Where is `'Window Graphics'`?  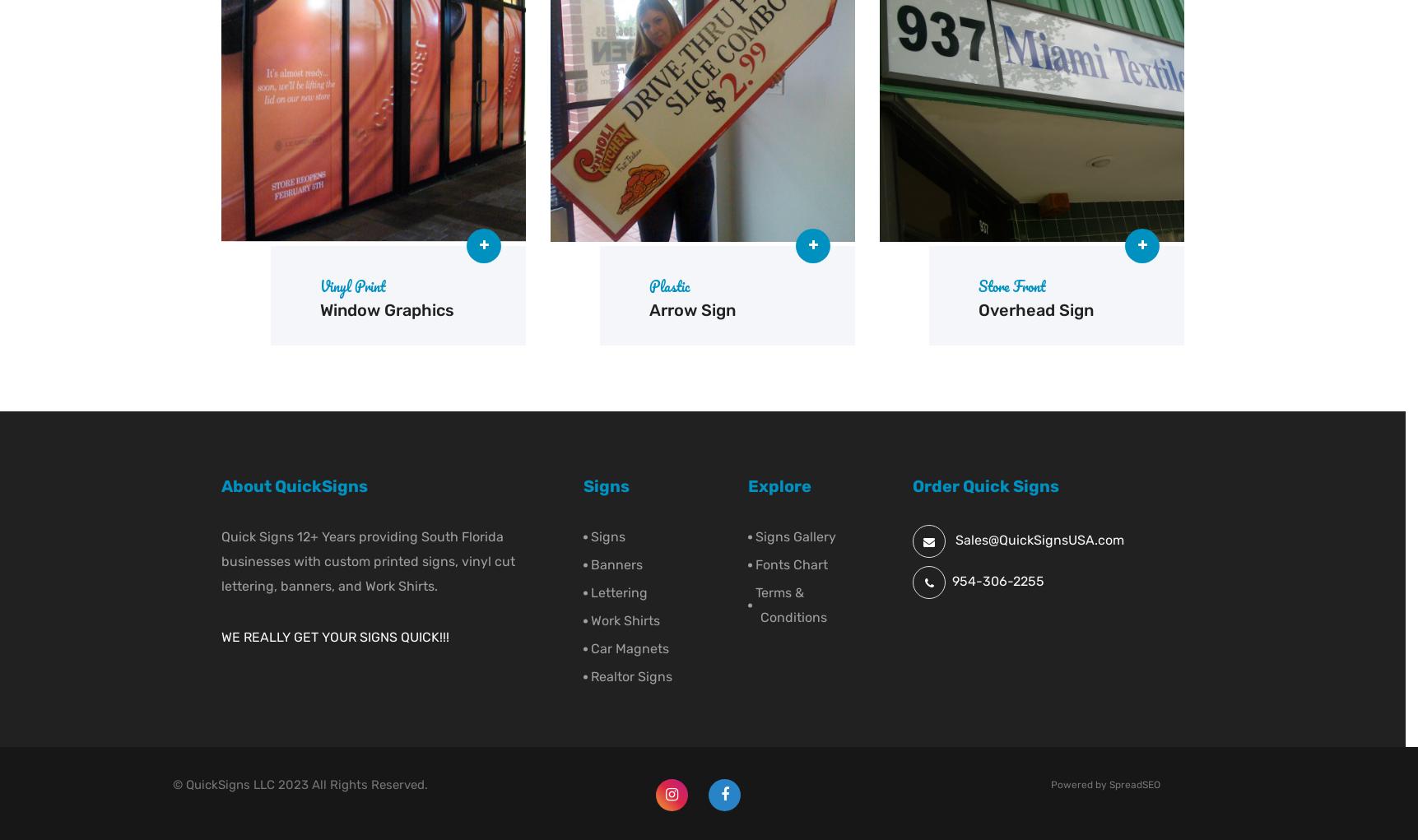
'Window Graphics' is located at coordinates (386, 309).